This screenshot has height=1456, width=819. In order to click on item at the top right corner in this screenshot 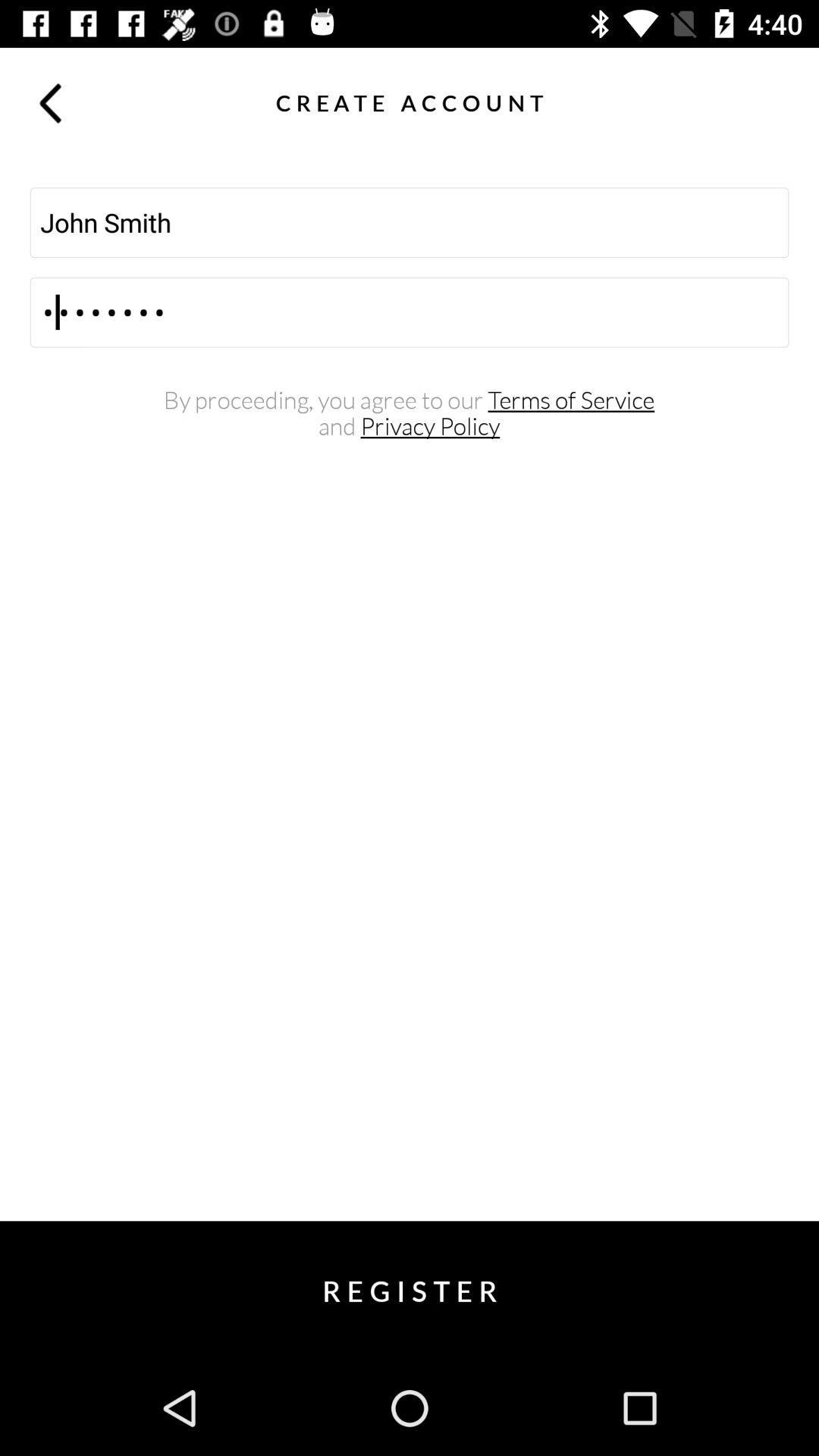, I will do `click(769, 102)`.